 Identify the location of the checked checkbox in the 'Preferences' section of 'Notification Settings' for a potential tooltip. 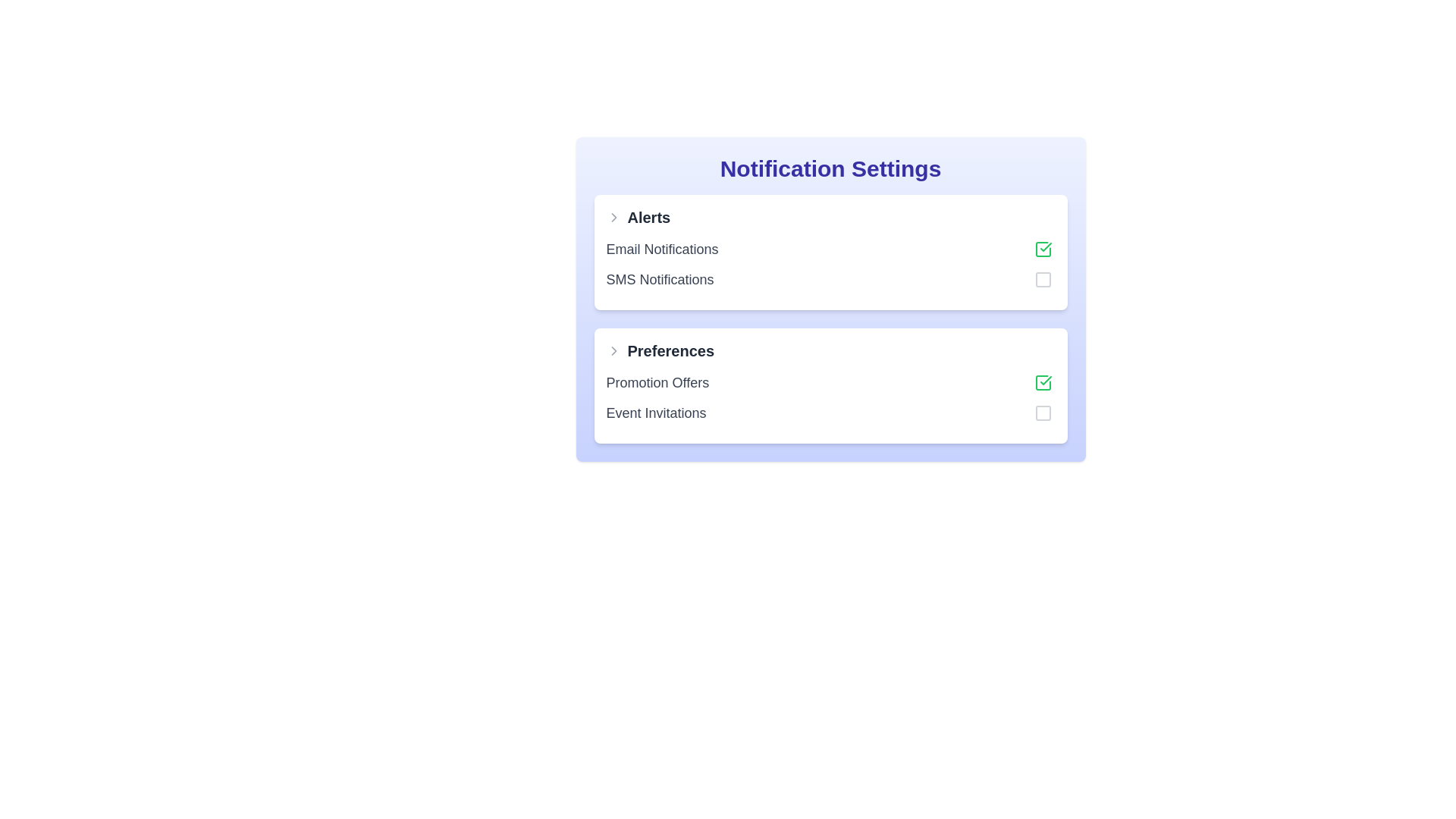
(1042, 382).